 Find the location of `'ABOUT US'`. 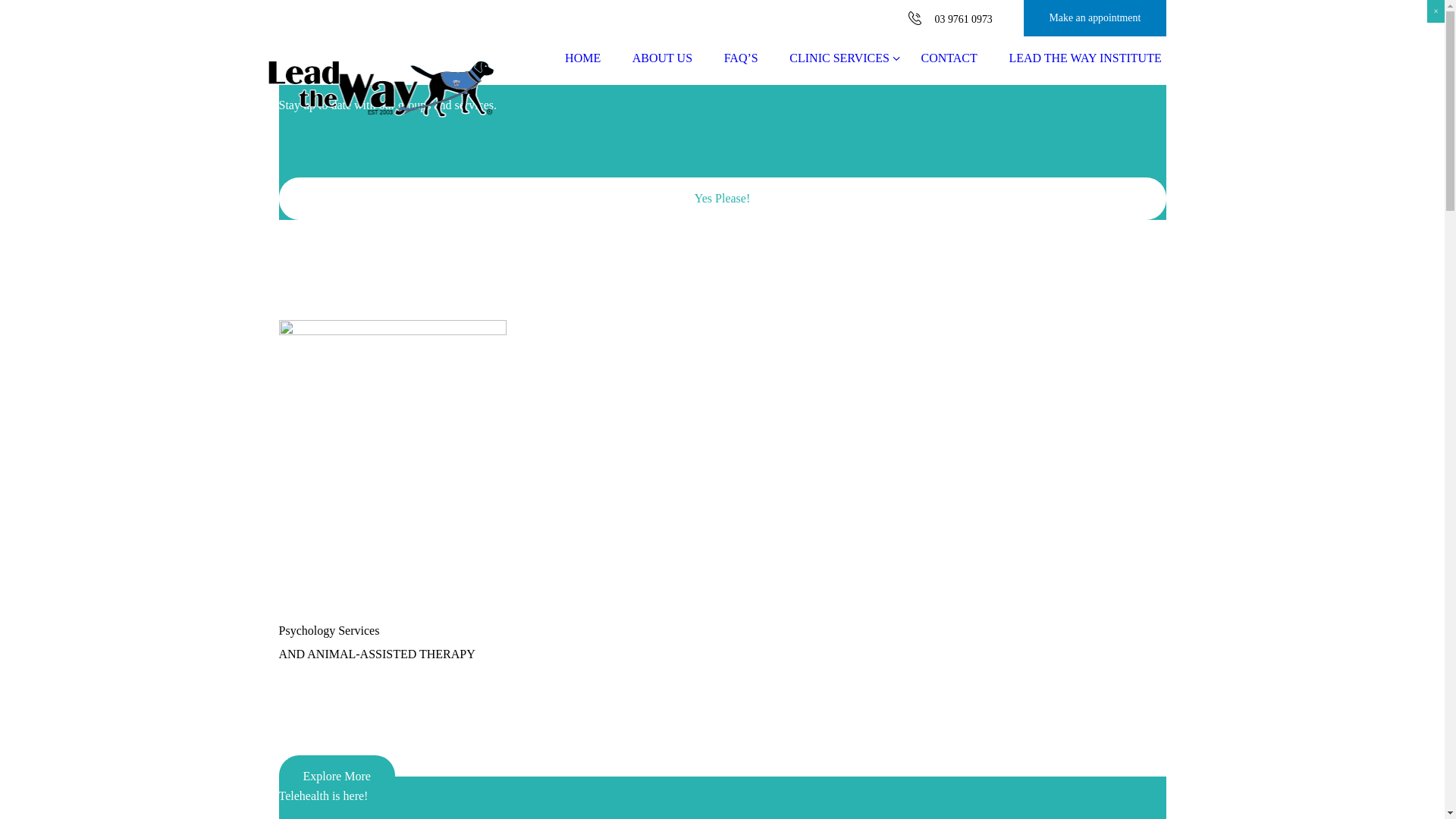

'ABOUT US' is located at coordinates (662, 58).